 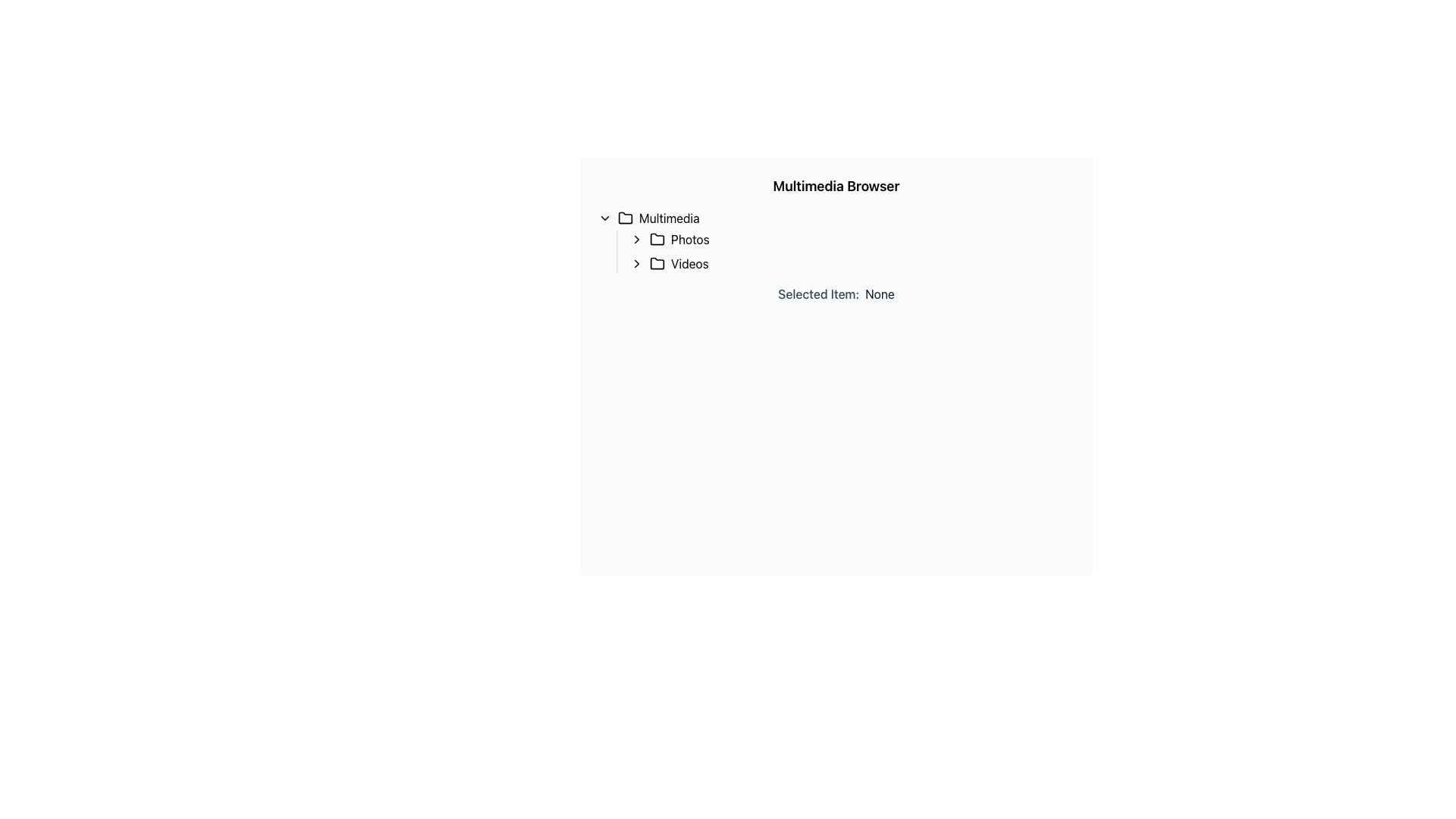 I want to click on the folder icon representing the 'Multimedia' directory, so click(x=626, y=218).